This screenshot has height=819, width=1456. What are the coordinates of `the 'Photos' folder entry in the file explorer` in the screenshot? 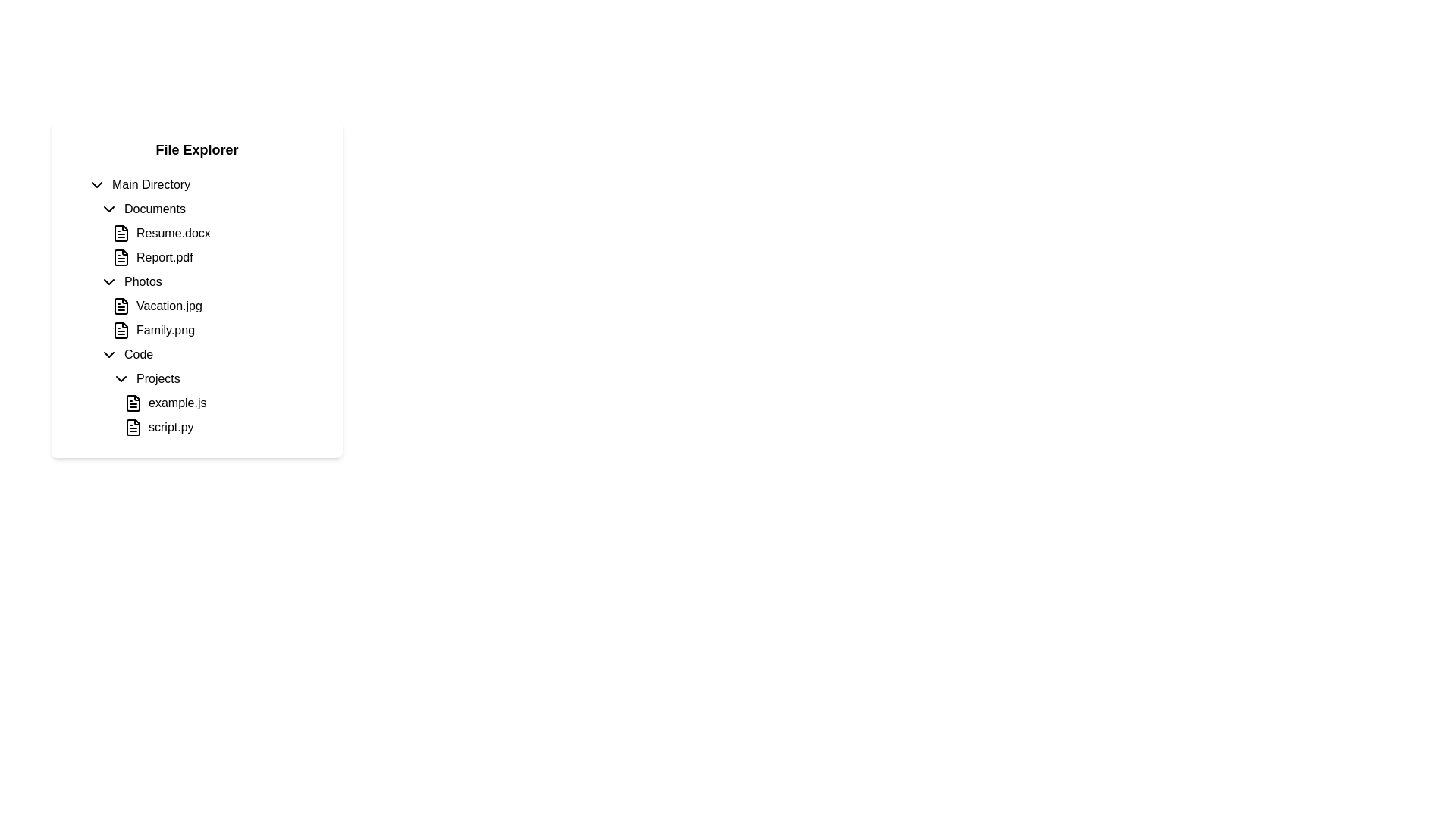 It's located at (208, 281).